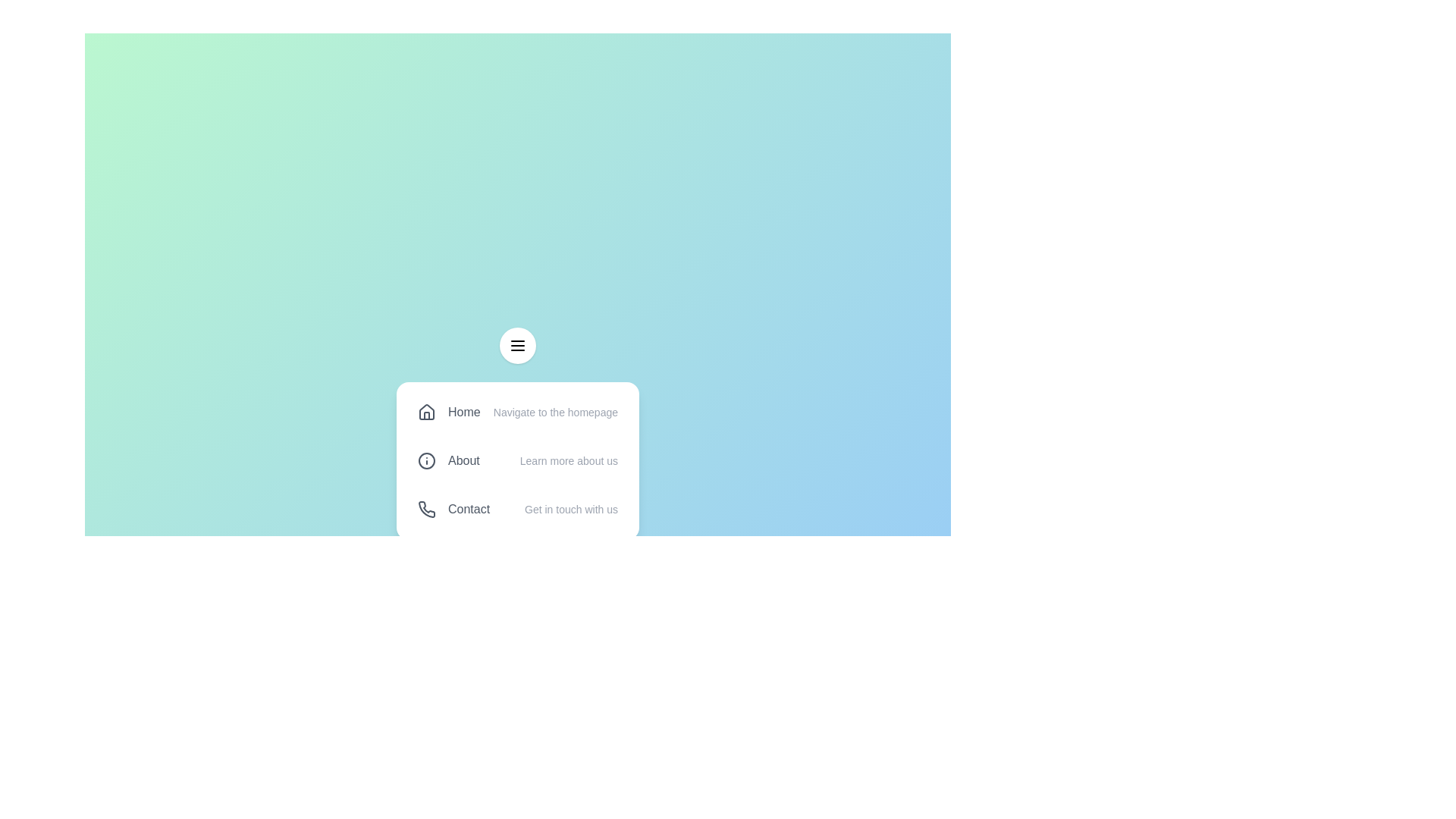 The image size is (1456, 819). What do you see at coordinates (517, 345) in the screenshot?
I see `the menu toggle button to toggle the menu visibility` at bounding box center [517, 345].